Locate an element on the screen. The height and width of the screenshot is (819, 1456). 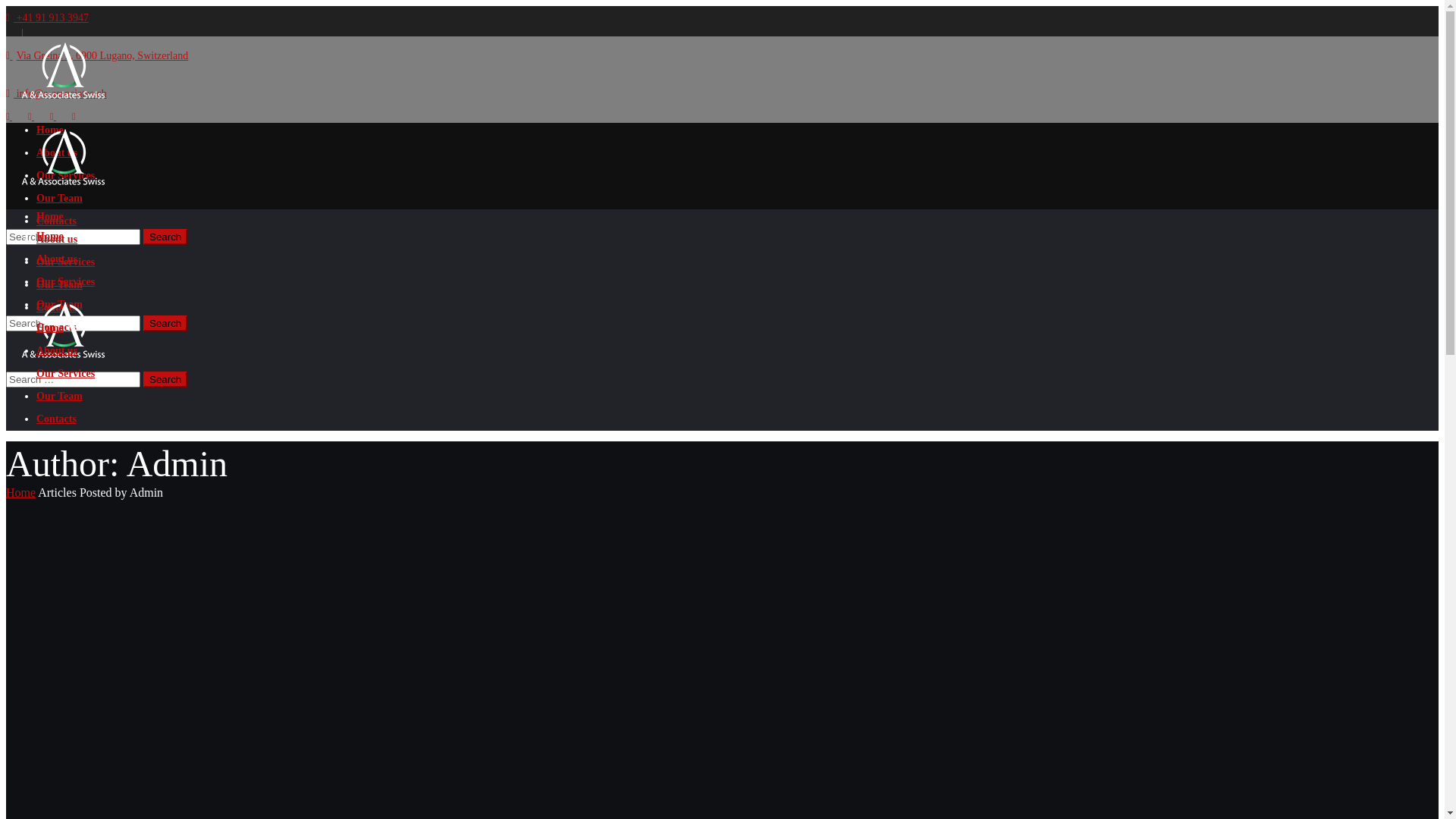
'Via Greina 2, 6900 Lugano, Switzerland' is located at coordinates (96, 55).